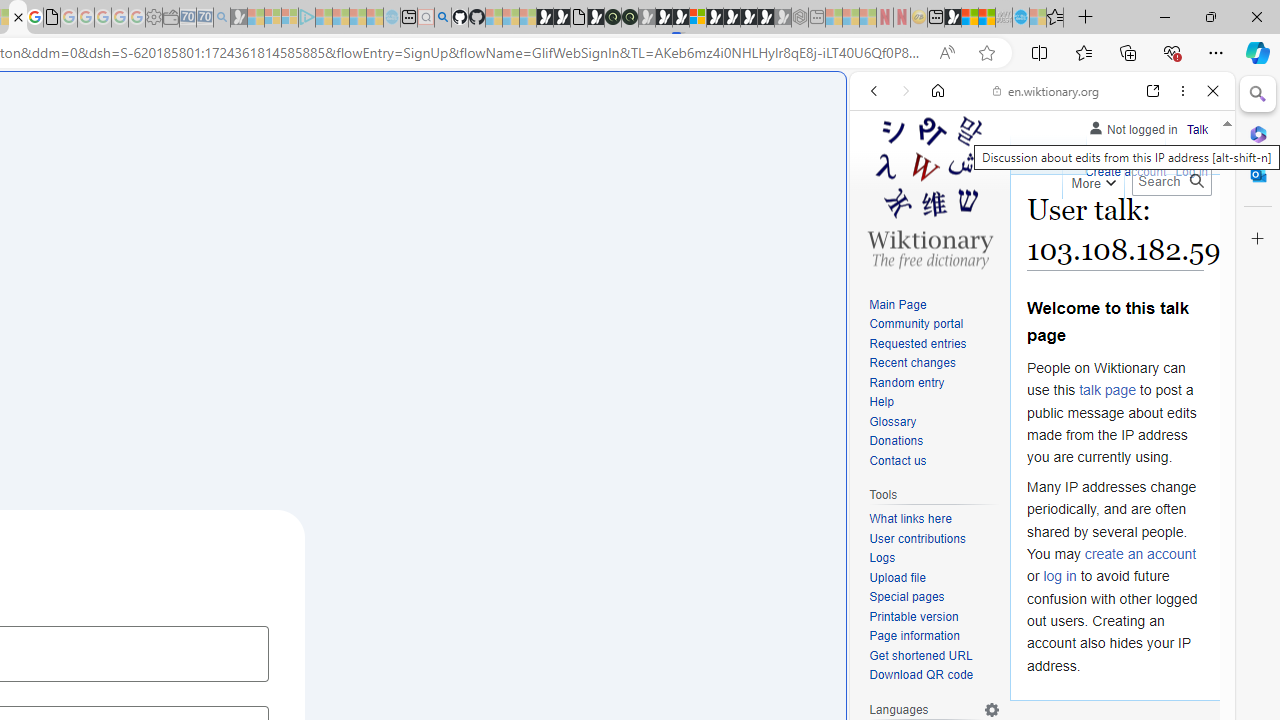 This screenshot has height=720, width=1280. I want to click on 'Not logged in', so click(1132, 126).